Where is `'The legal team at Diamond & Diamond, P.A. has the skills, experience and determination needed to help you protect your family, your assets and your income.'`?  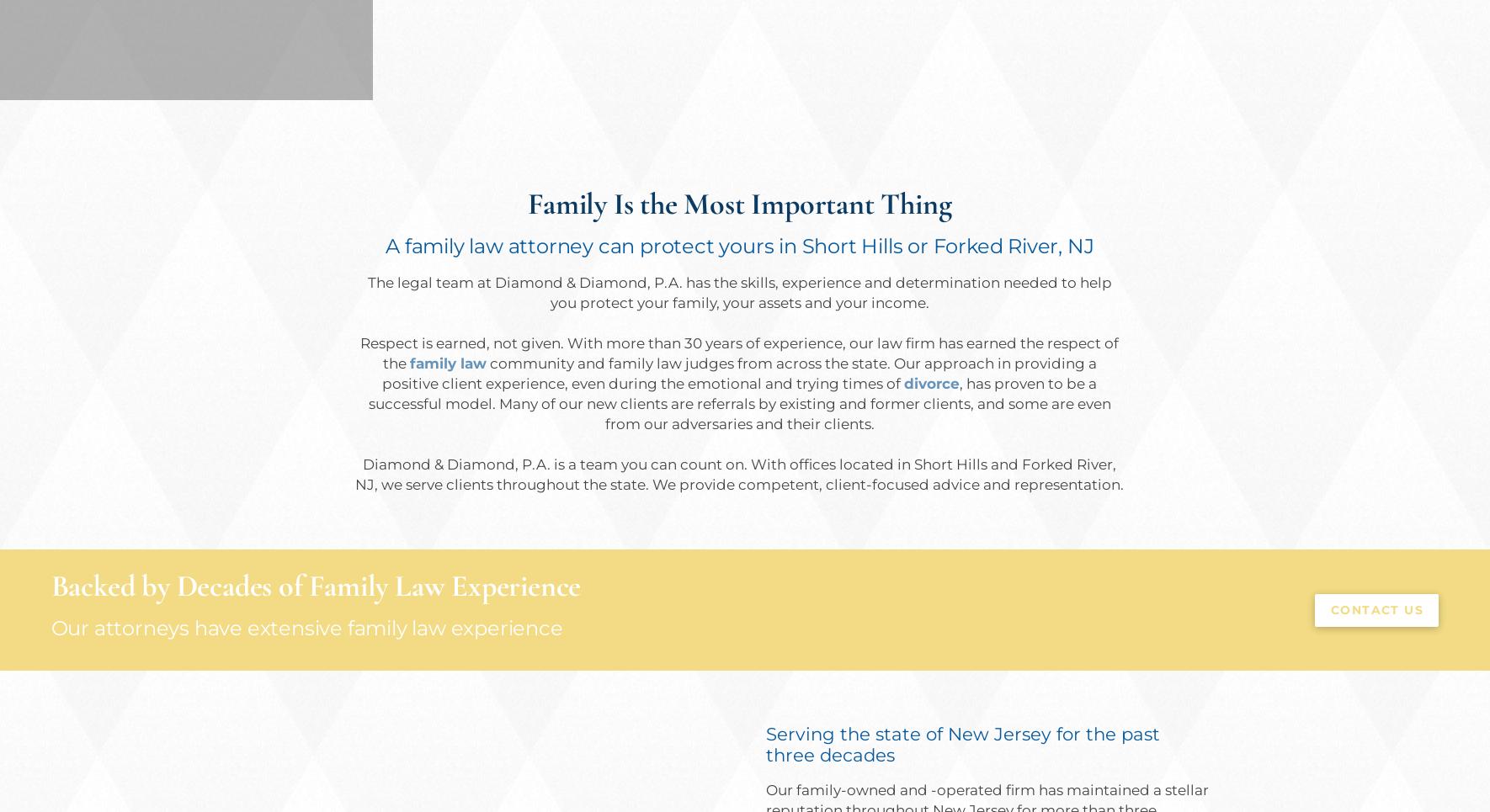
'The legal team at Diamond & Diamond, P.A. has the skills, experience and determination needed to help you protect your family, your assets and your income.' is located at coordinates (365, 292).